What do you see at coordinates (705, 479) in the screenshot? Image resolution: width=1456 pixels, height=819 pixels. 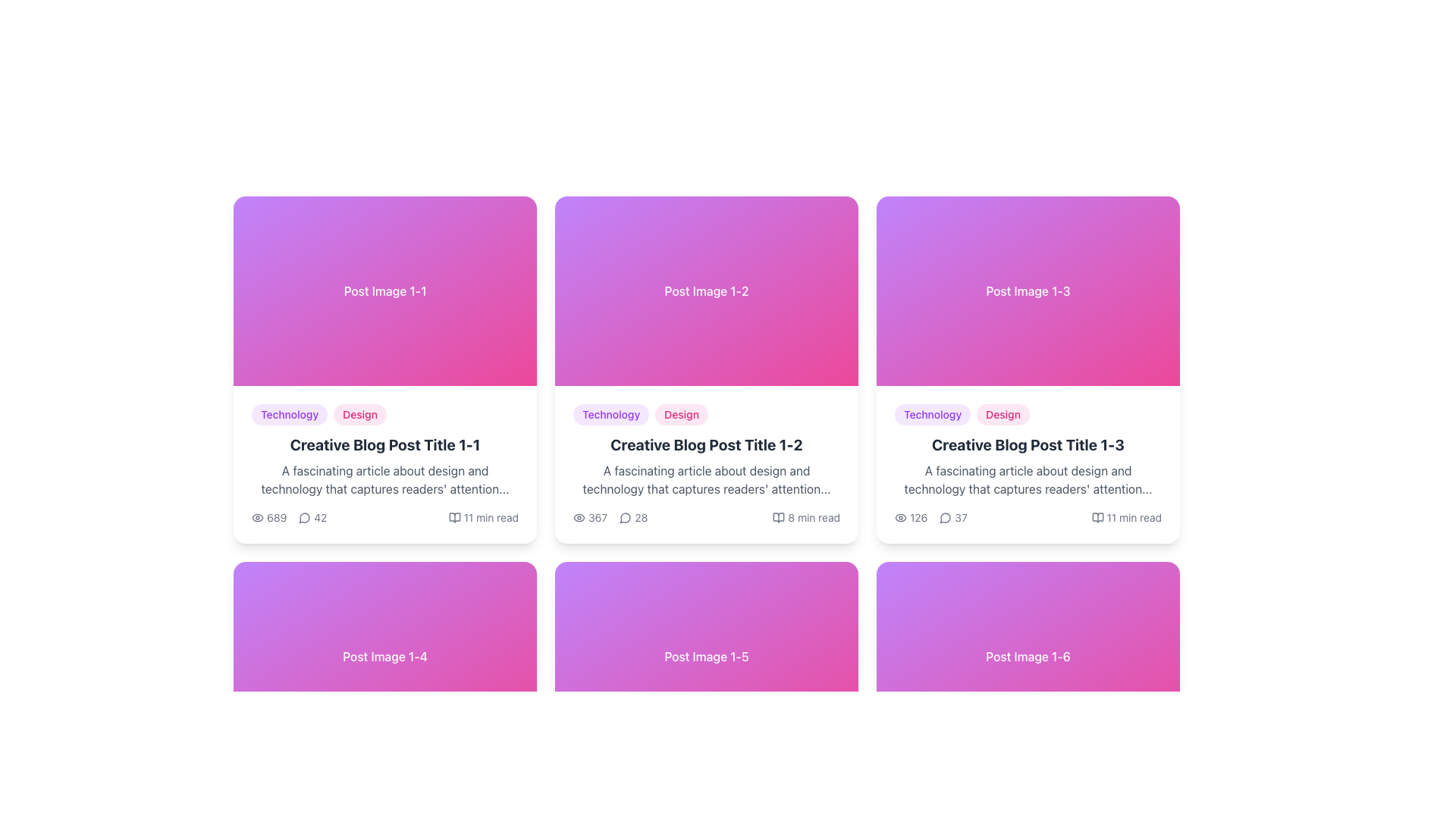 I see `text from the gray text block styled in medium font, positioned below the title 'Creative Blog Post Title 1-2' in the grid card structure` at bounding box center [705, 479].